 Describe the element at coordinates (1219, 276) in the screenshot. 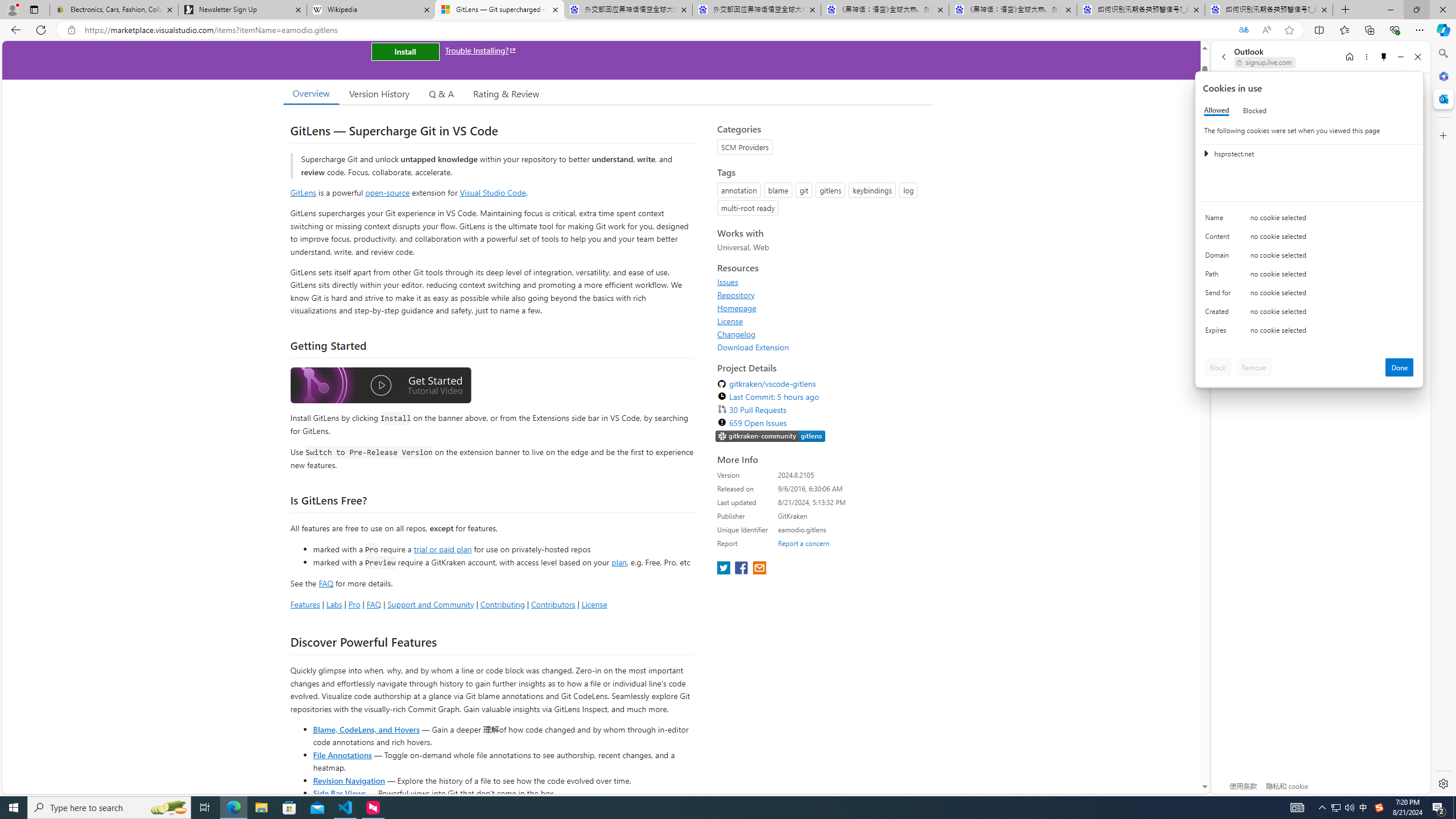

I see `'Path'` at that location.